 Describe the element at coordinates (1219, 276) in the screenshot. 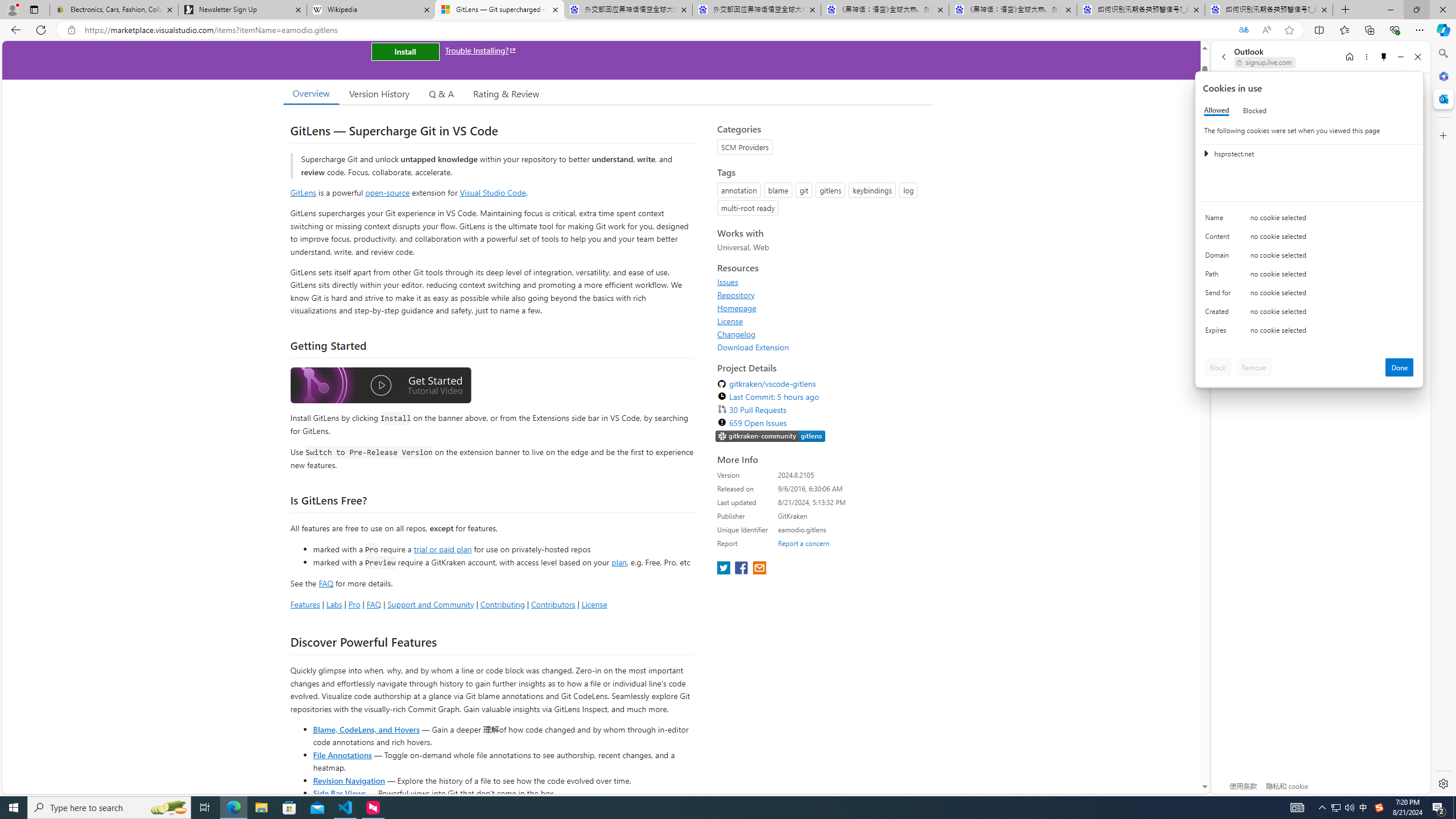

I see `'Path'` at that location.